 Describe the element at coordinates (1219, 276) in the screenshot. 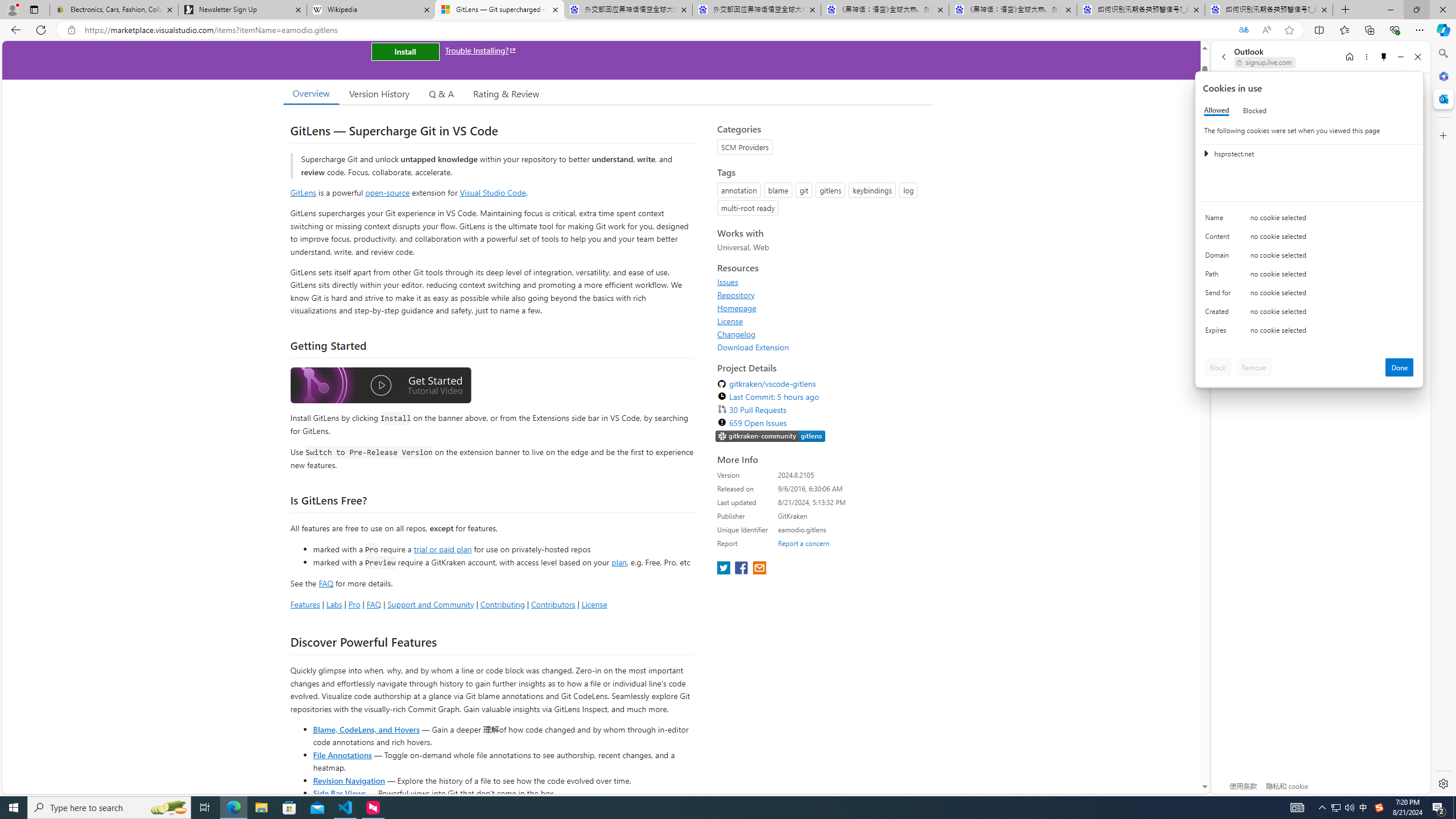

I see `'Path'` at that location.